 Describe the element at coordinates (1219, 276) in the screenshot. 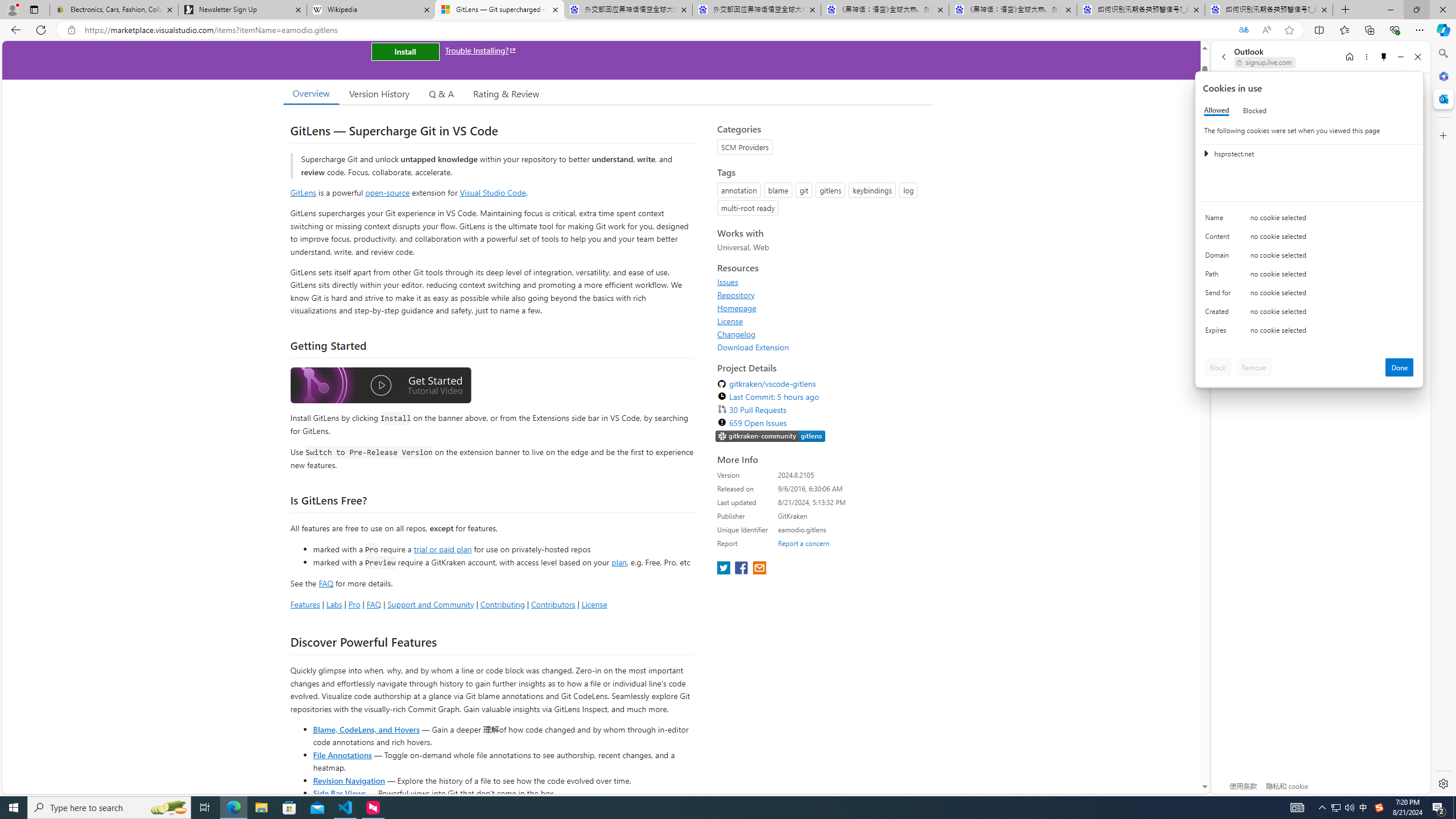

I see `'Path'` at that location.